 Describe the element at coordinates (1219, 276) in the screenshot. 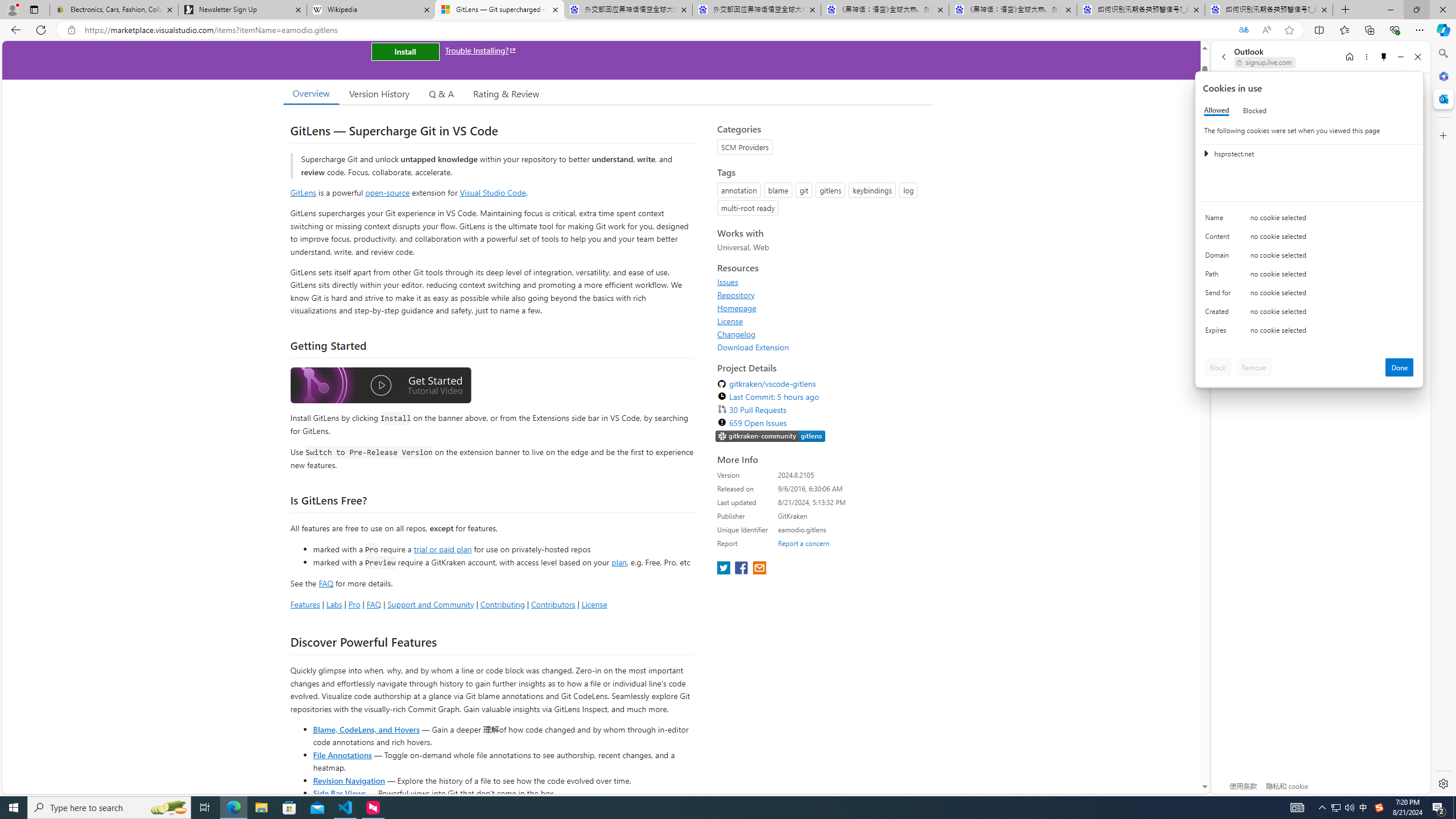

I see `'Path'` at that location.